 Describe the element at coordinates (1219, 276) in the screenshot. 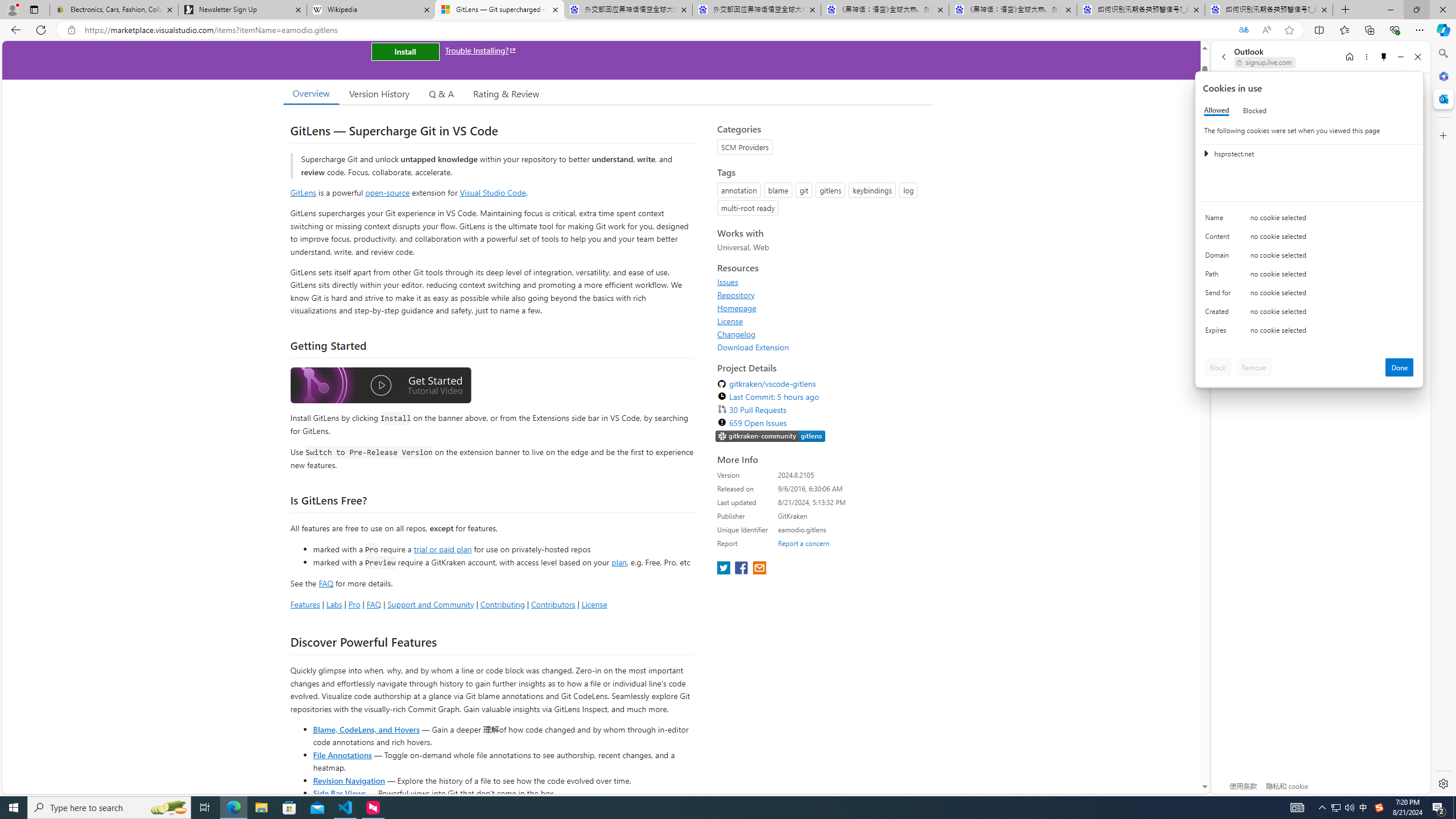

I see `'Path'` at that location.